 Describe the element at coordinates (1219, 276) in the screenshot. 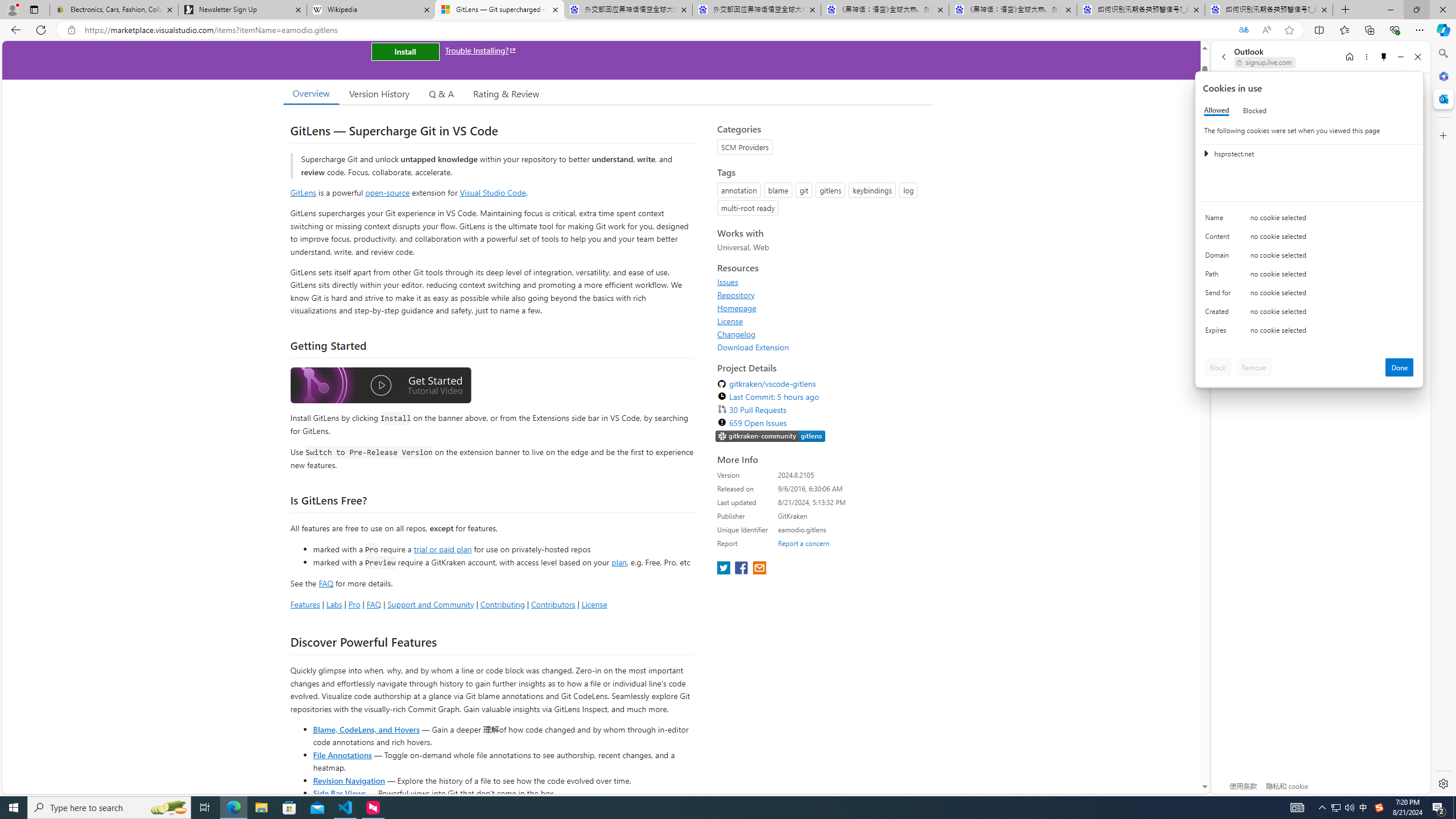

I see `'Path'` at that location.